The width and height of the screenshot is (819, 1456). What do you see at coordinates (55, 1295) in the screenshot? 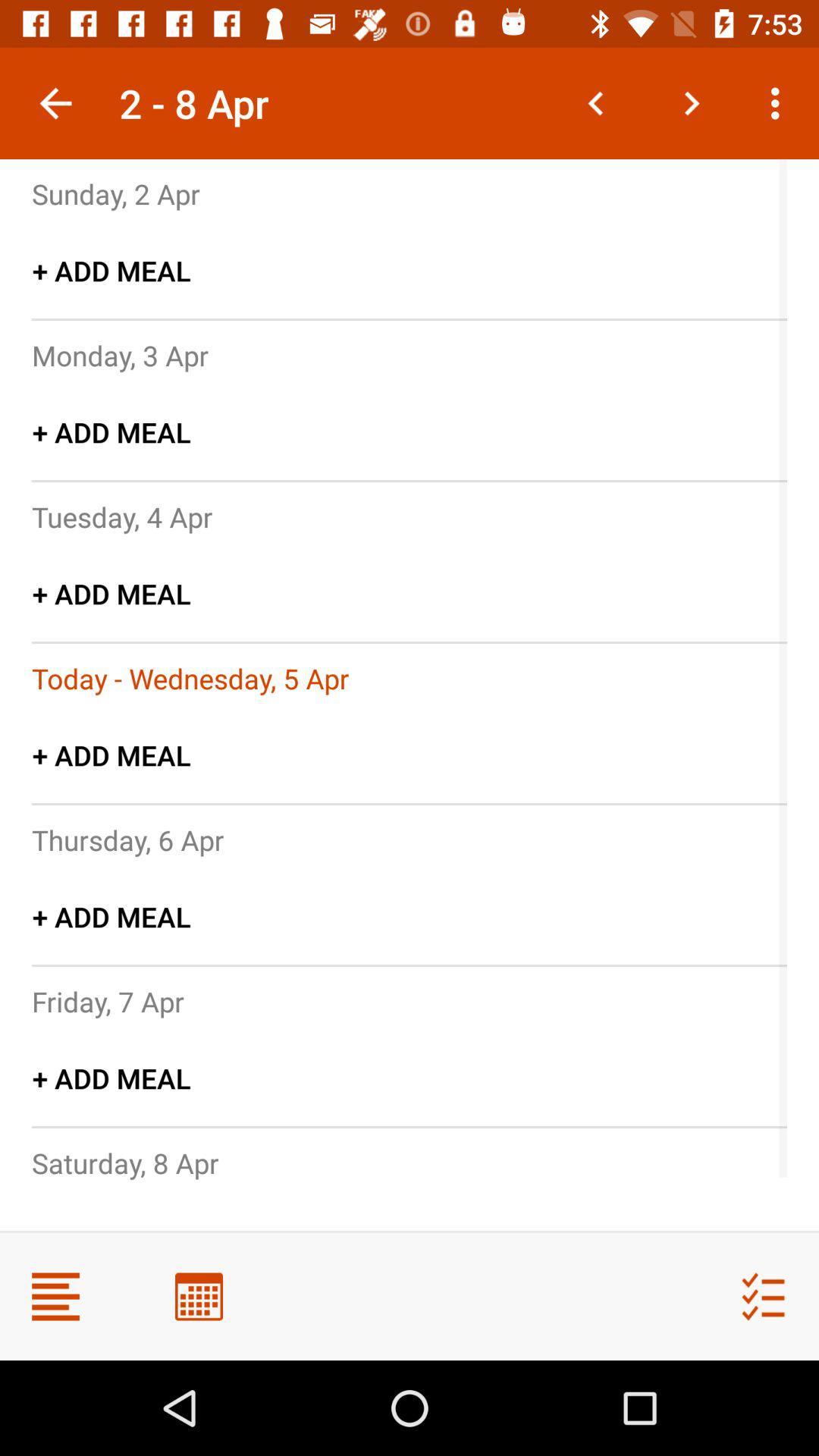
I see `more options` at bounding box center [55, 1295].